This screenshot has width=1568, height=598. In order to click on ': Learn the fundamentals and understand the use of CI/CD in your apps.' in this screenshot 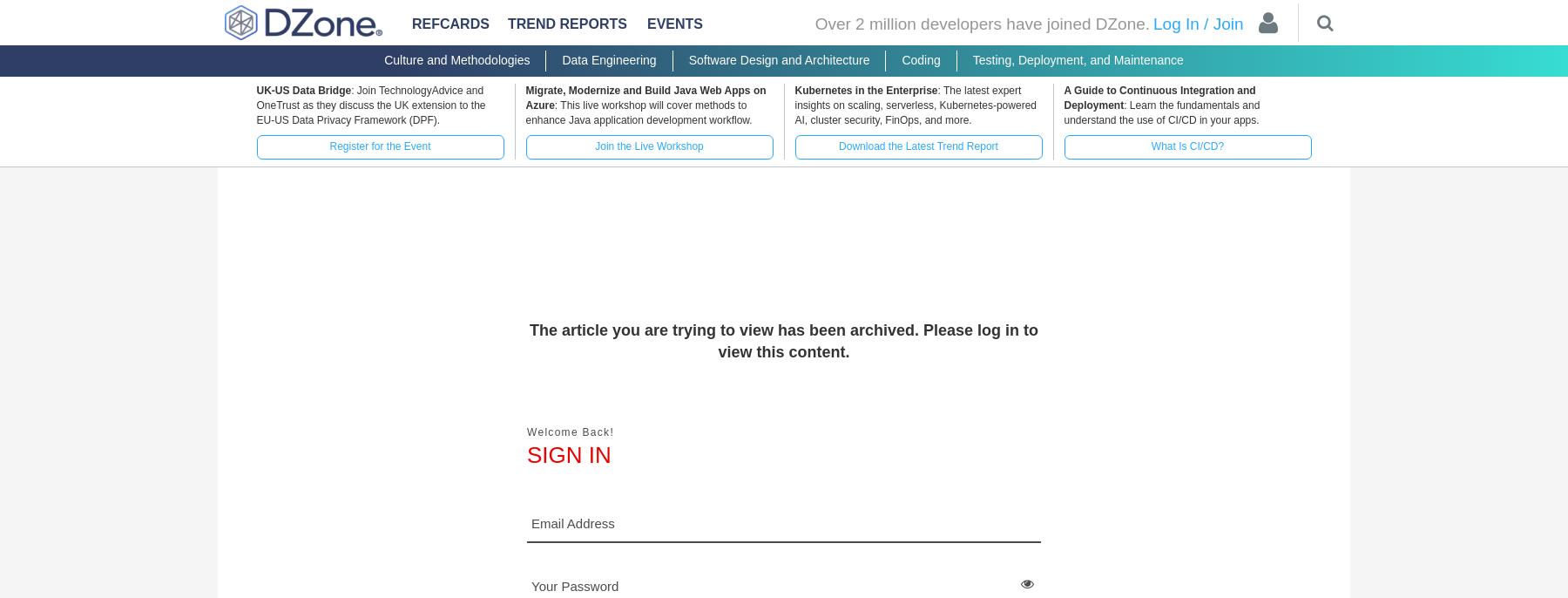, I will do `click(1161, 112)`.